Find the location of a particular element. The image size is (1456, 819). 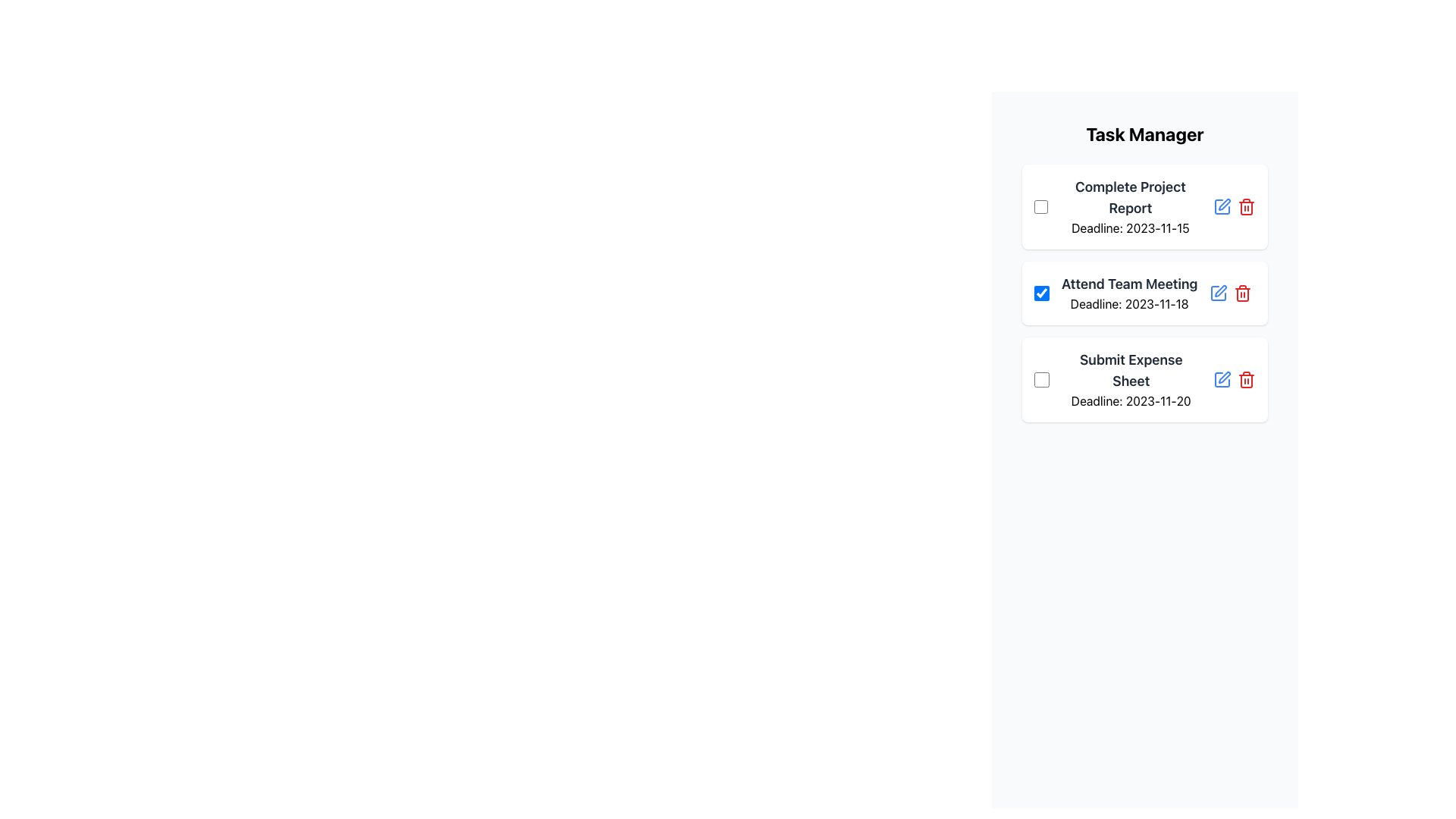

informative text displaying the deadline for the task 'Submit Expense Sheet', located in the bottom portion of the task's tile structure is located at coordinates (1131, 400).